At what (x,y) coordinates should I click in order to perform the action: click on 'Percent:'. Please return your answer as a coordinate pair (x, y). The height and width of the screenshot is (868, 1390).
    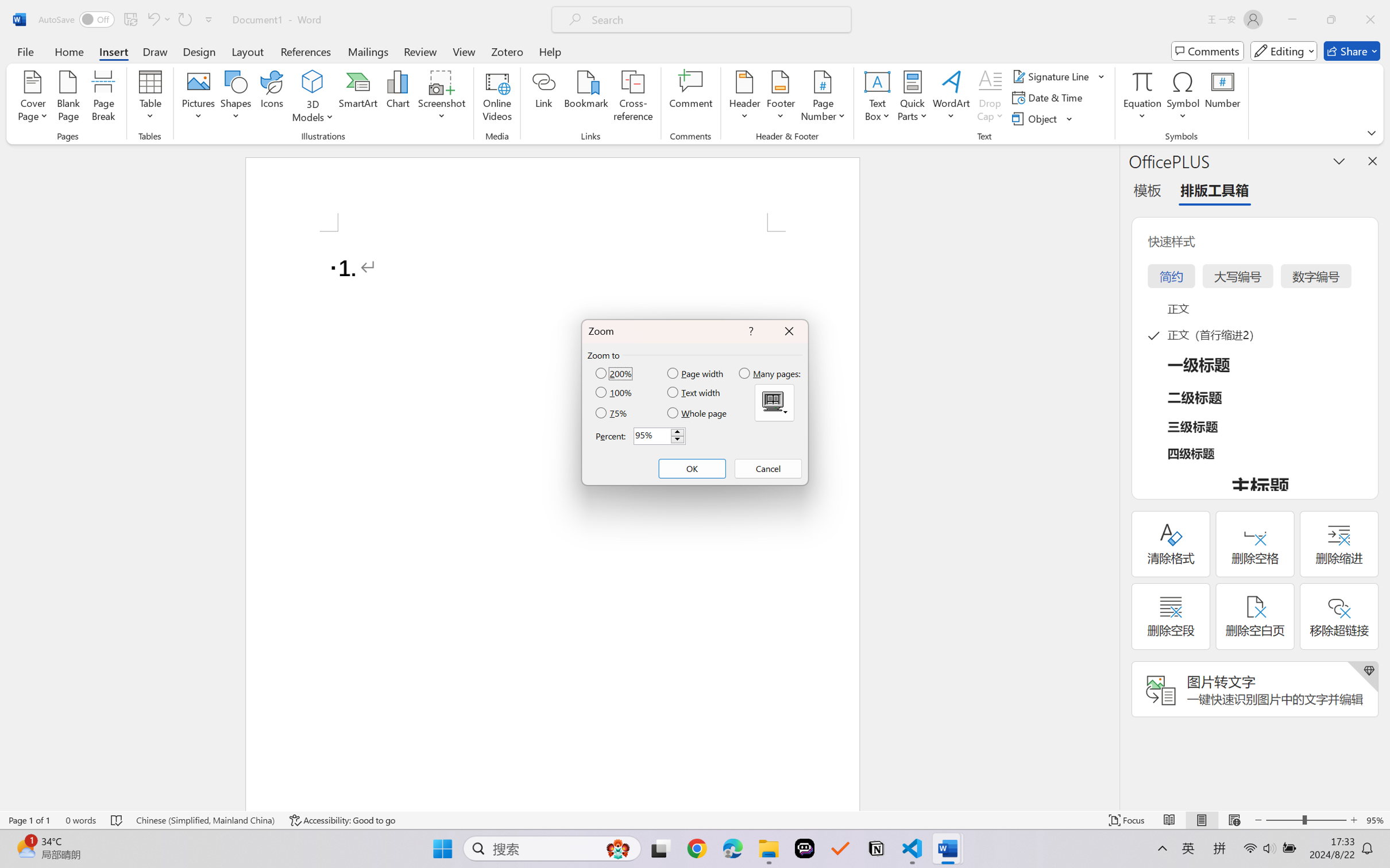
    Looking at the image, I should click on (659, 436).